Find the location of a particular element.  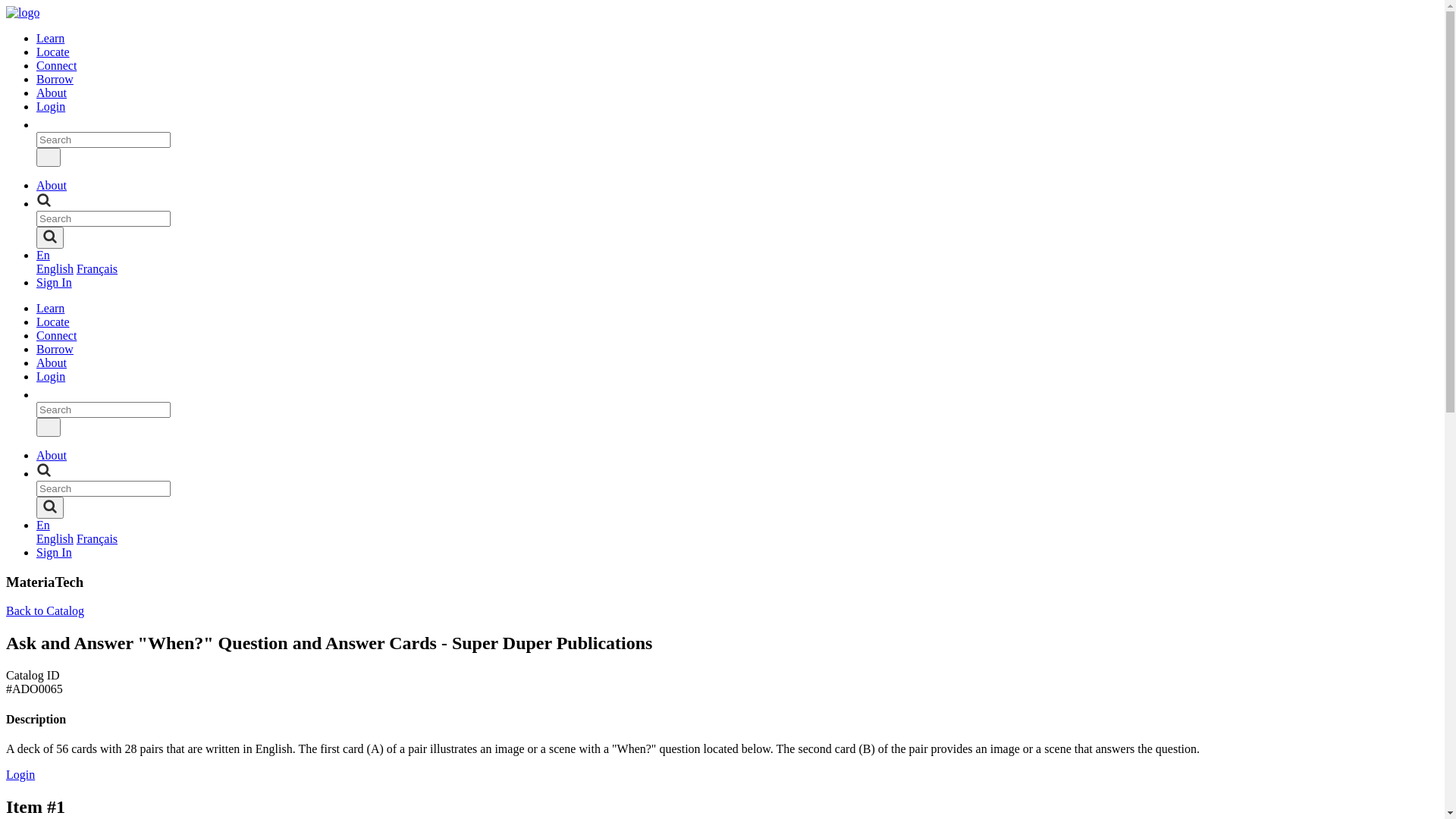

'About' is located at coordinates (51, 184).